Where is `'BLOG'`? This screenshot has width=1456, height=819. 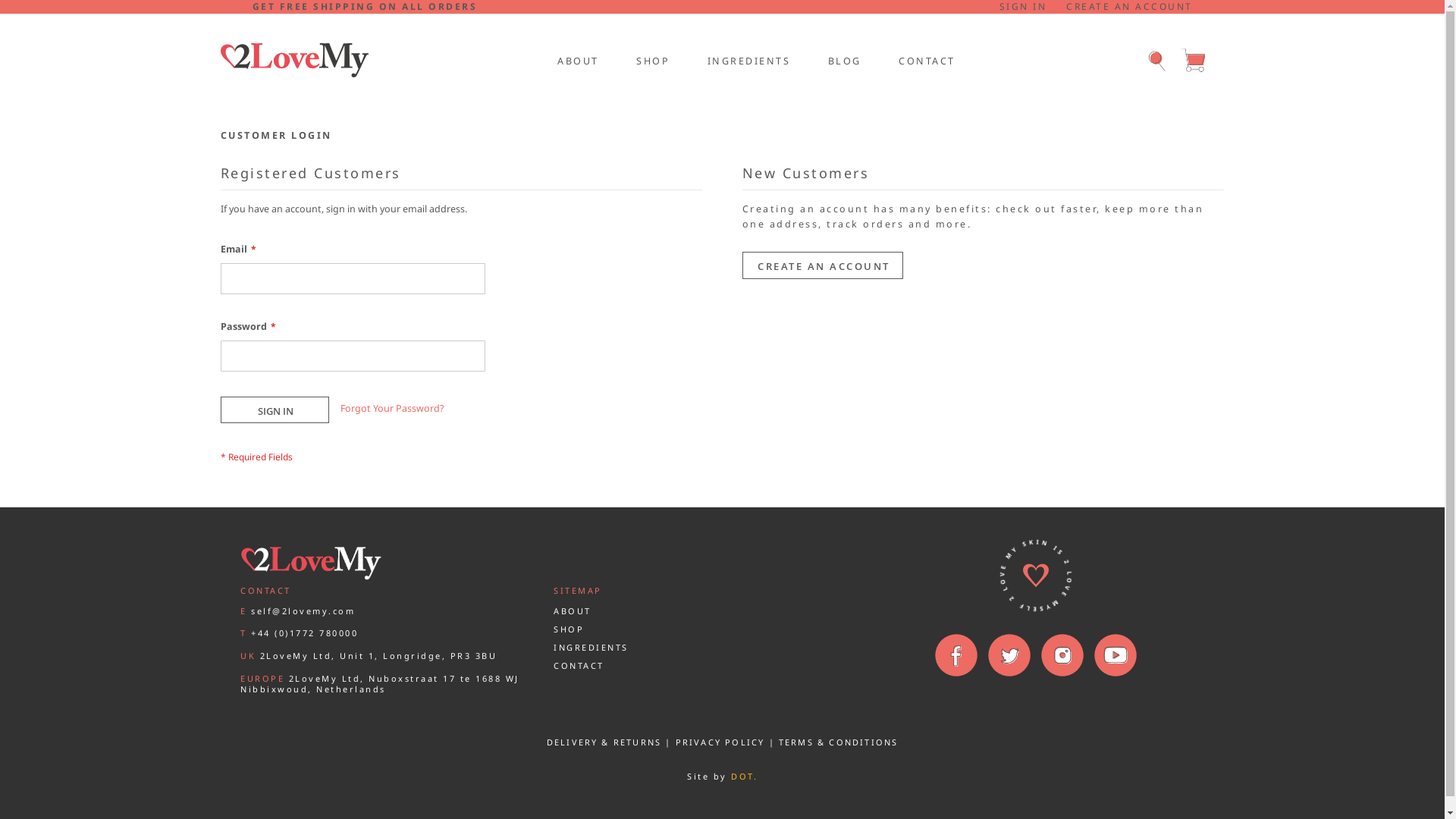 'BLOG' is located at coordinates (843, 58).